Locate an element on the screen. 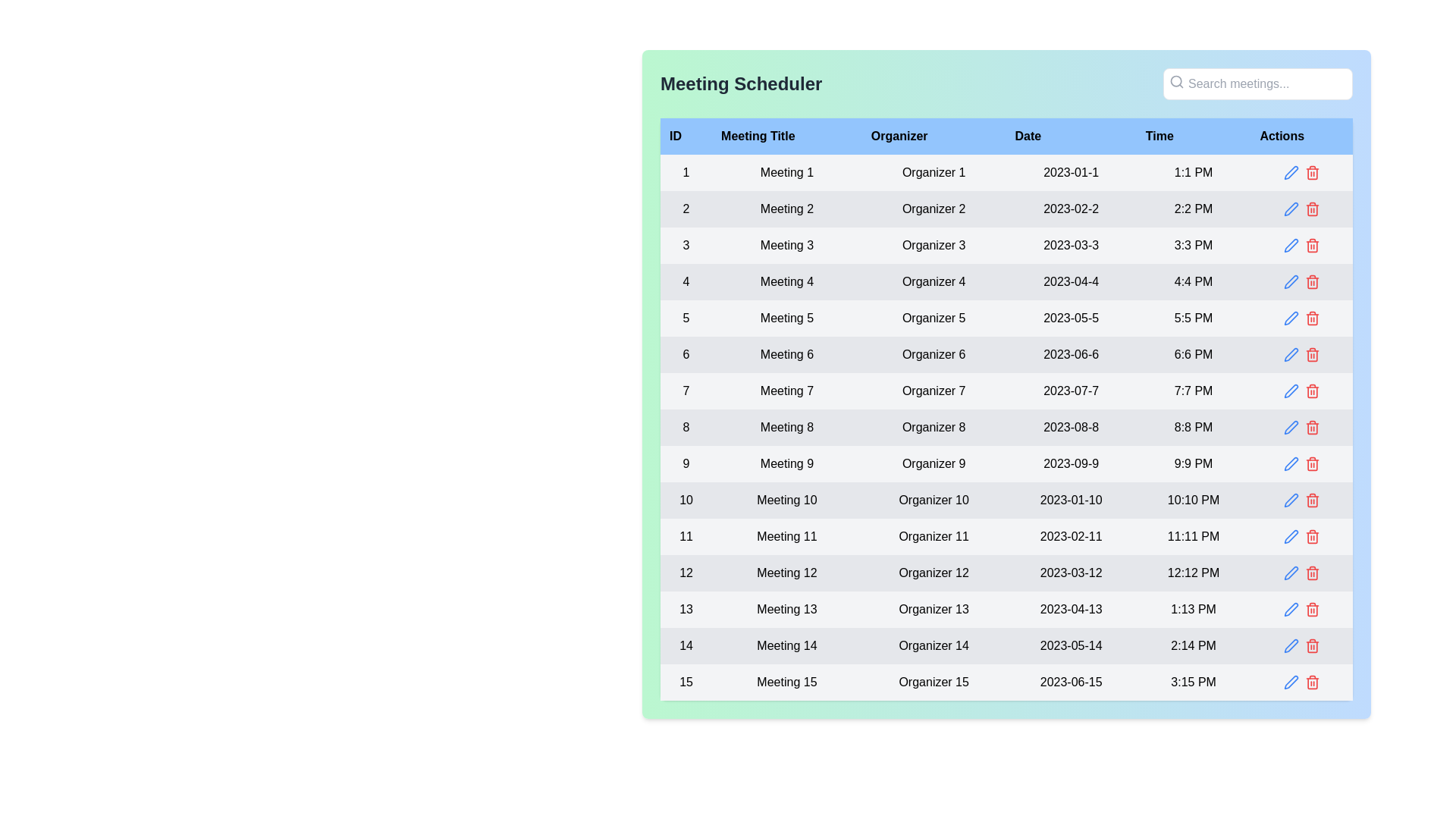 This screenshot has height=819, width=1456. the blue-themed stylized pen icon in the Actions column for the second row labeled 'Meeting 2' is located at coordinates (1290, 209).